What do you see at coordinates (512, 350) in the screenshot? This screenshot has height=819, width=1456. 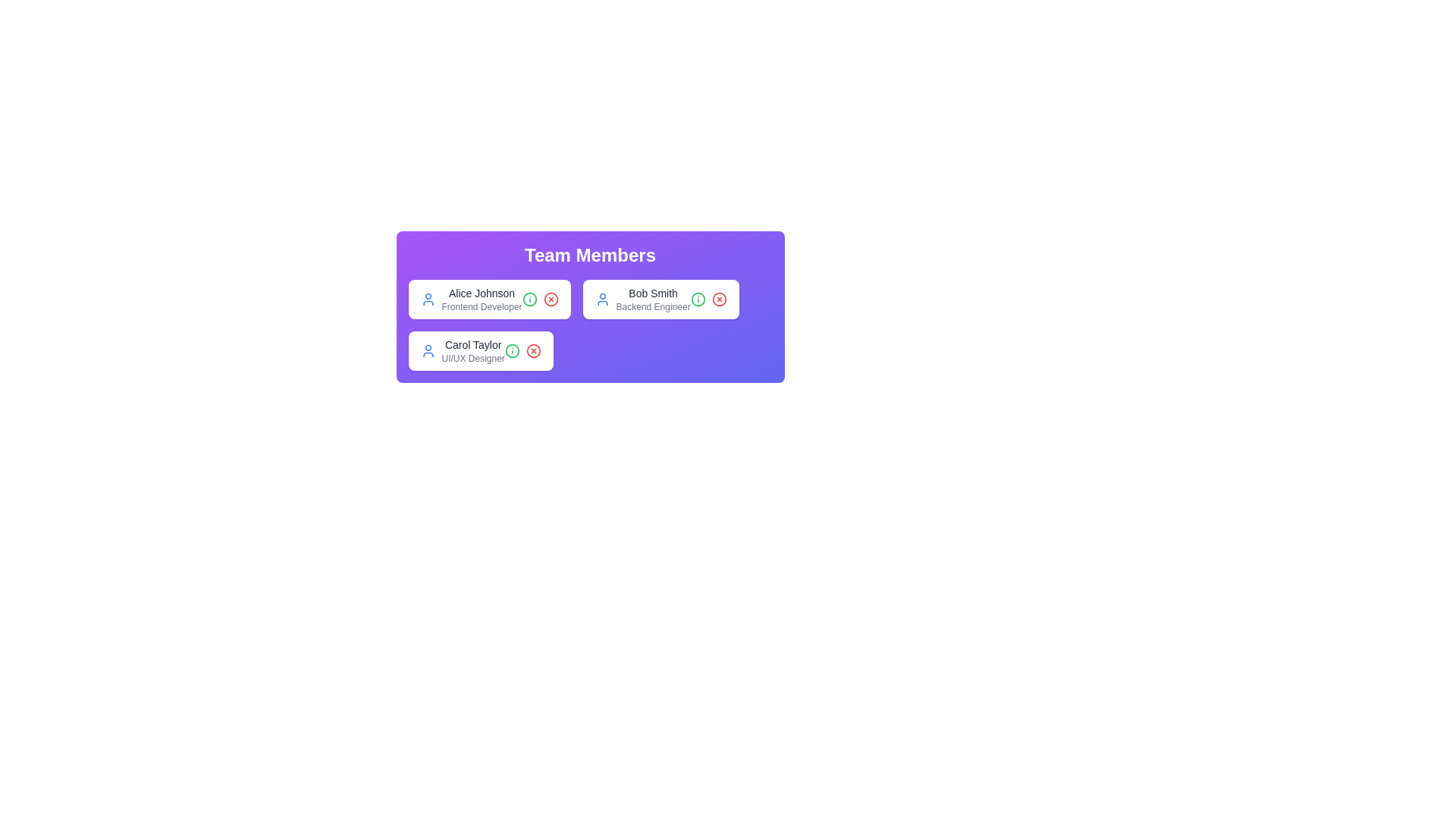 I see `the info icon for Carol Taylor to view their information` at bounding box center [512, 350].